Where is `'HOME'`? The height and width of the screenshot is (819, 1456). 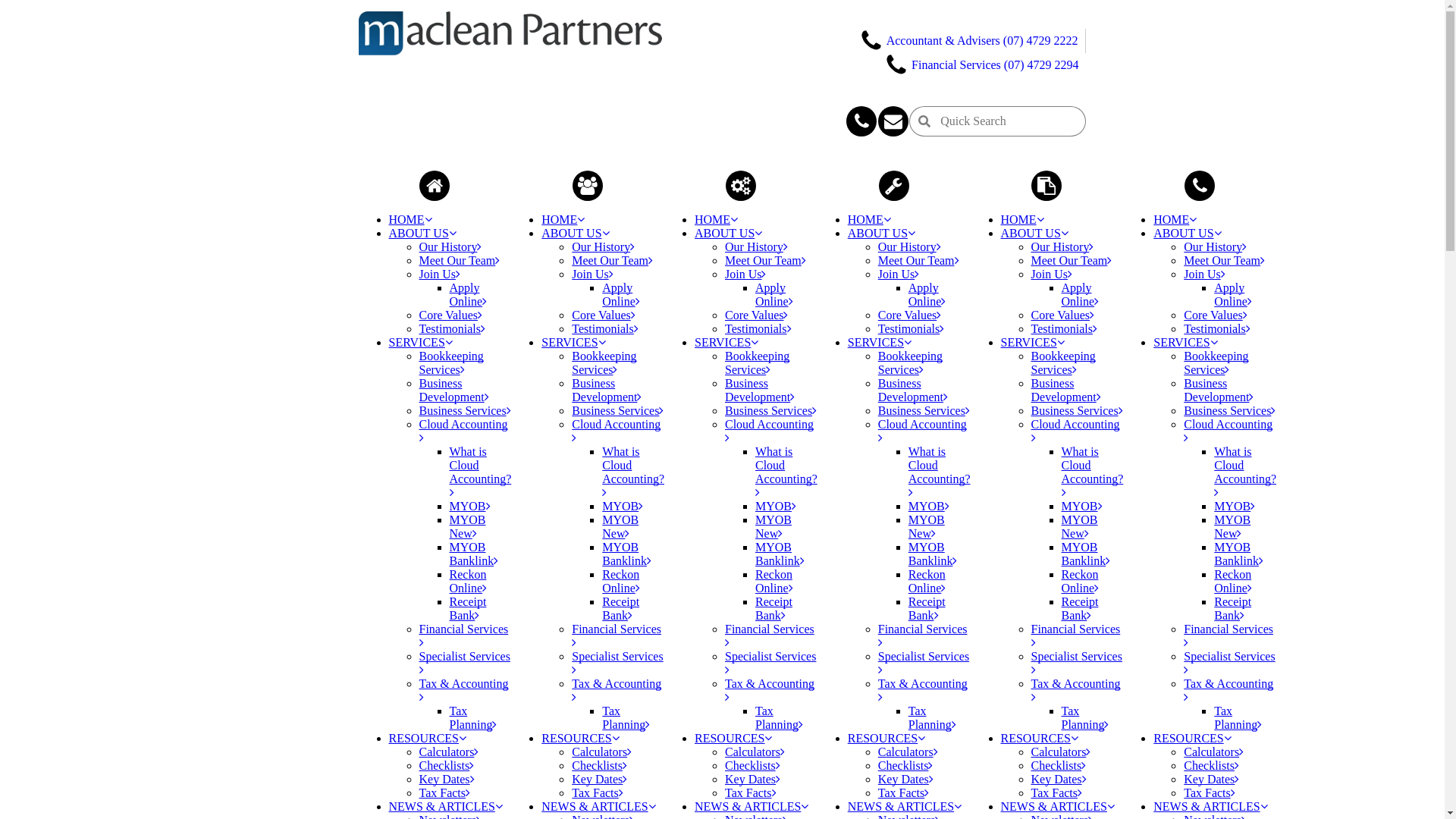
'HOME' is located at coordinates (409, 219).